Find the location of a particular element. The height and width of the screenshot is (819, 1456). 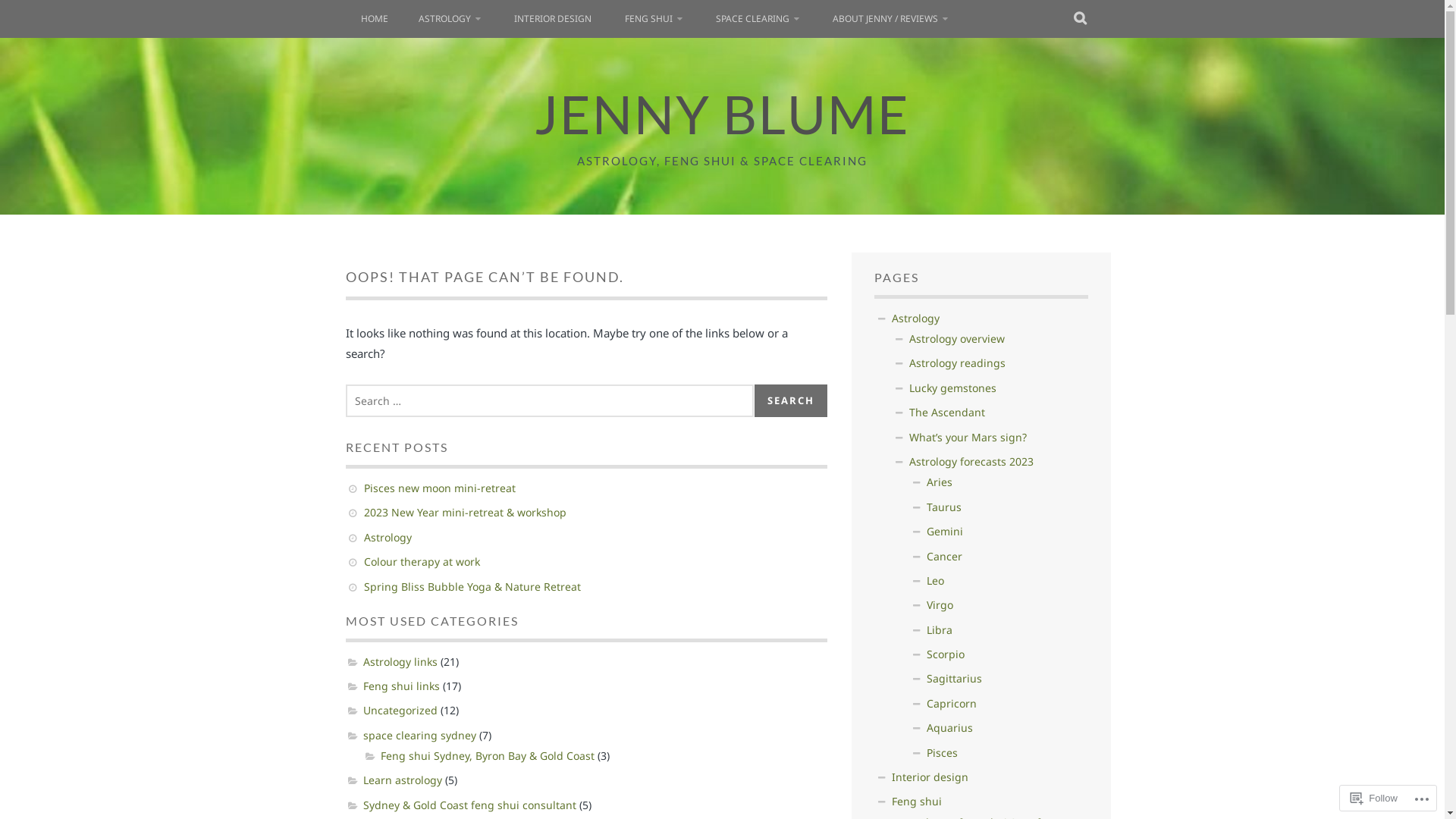

'JENNY BLUME' is located at coordinates (721, 113).